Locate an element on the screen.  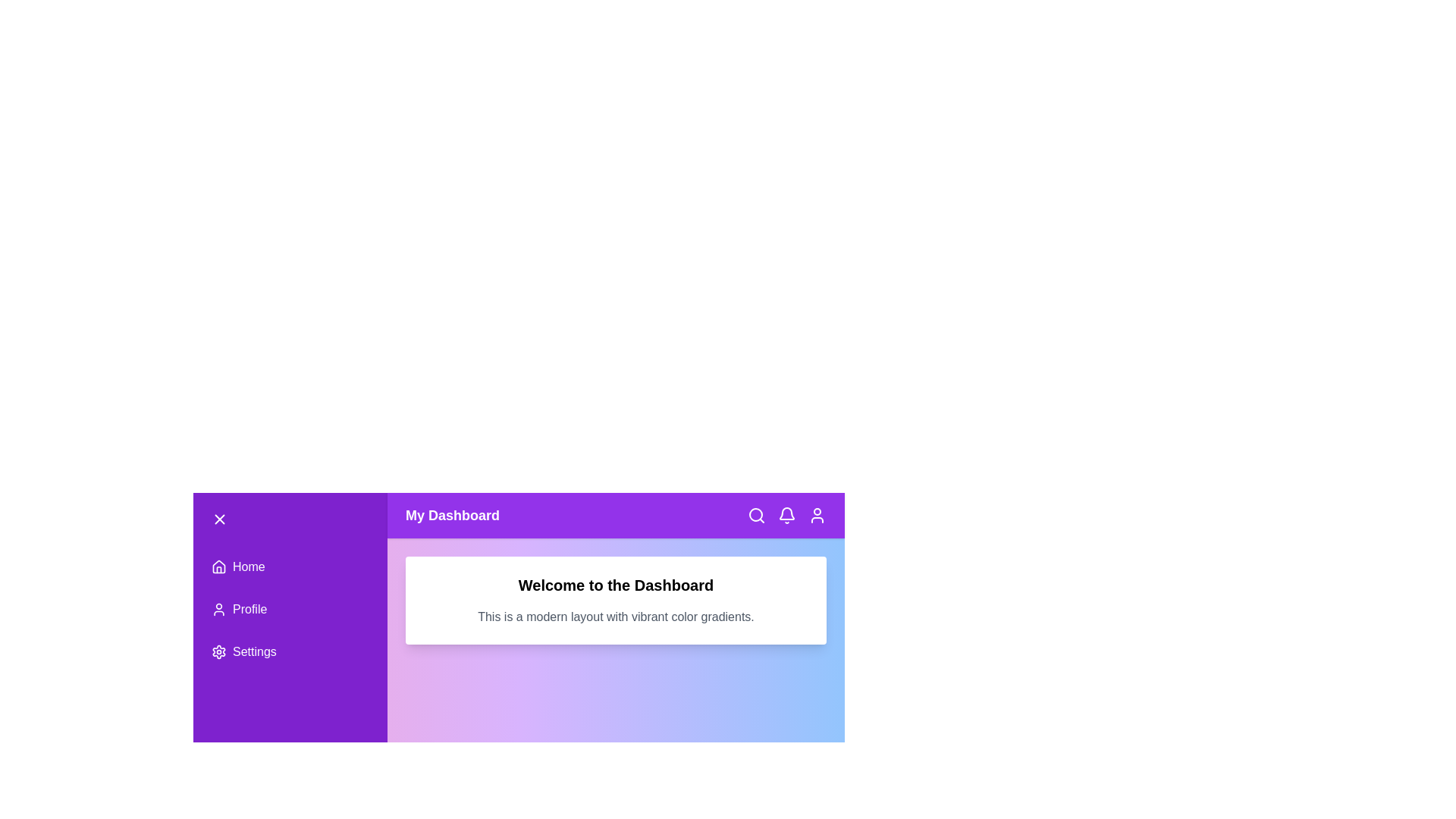
the 'Profile' menu item to navigate to the profile section is located at coordinates (290, 608).